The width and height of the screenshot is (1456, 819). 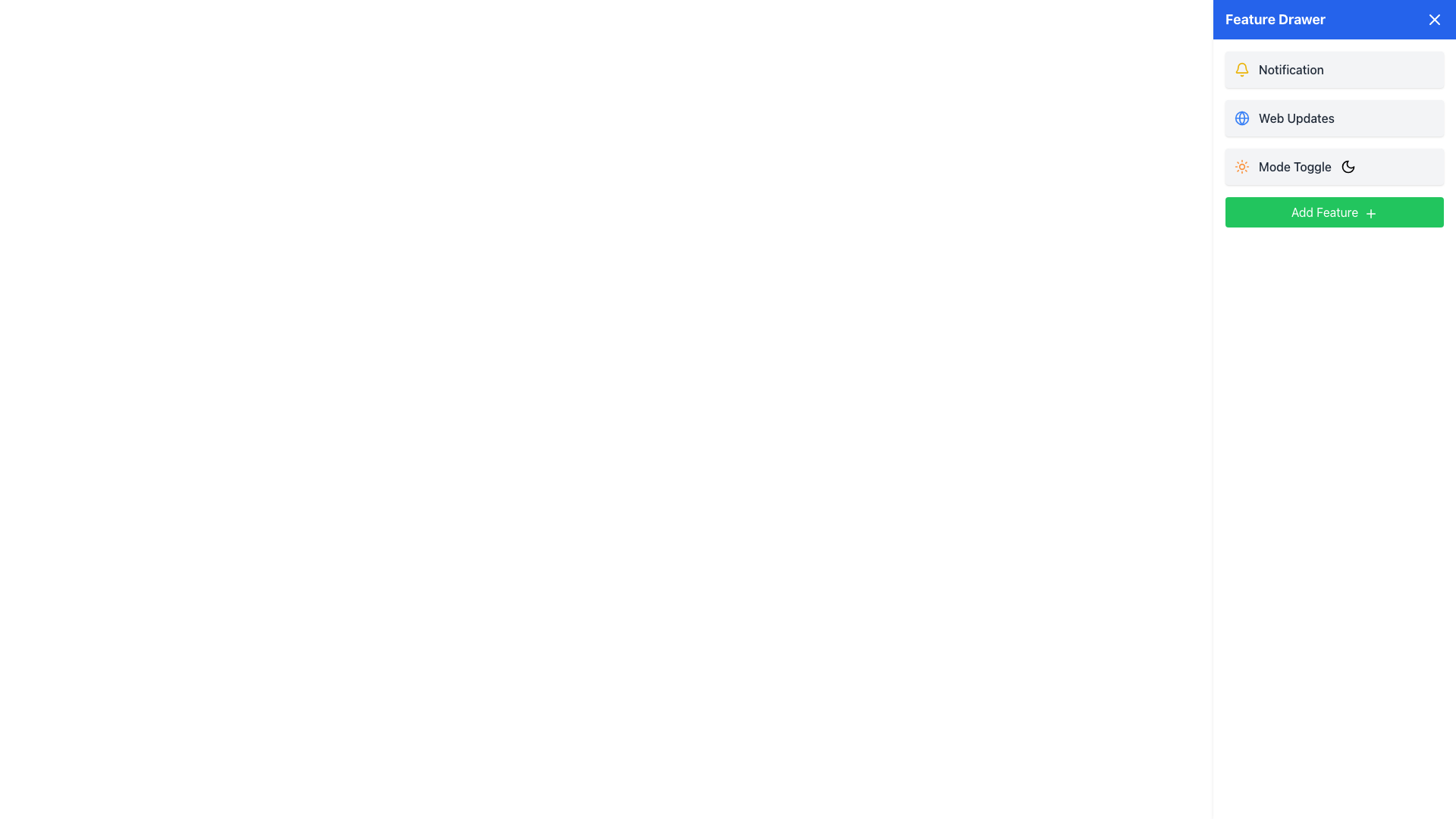 What do you see at coordinates (1294, 117) in the screenshot?
I see `the 'Web Updates' text label in the vertical menu list` at bounding box center [1294, 117].